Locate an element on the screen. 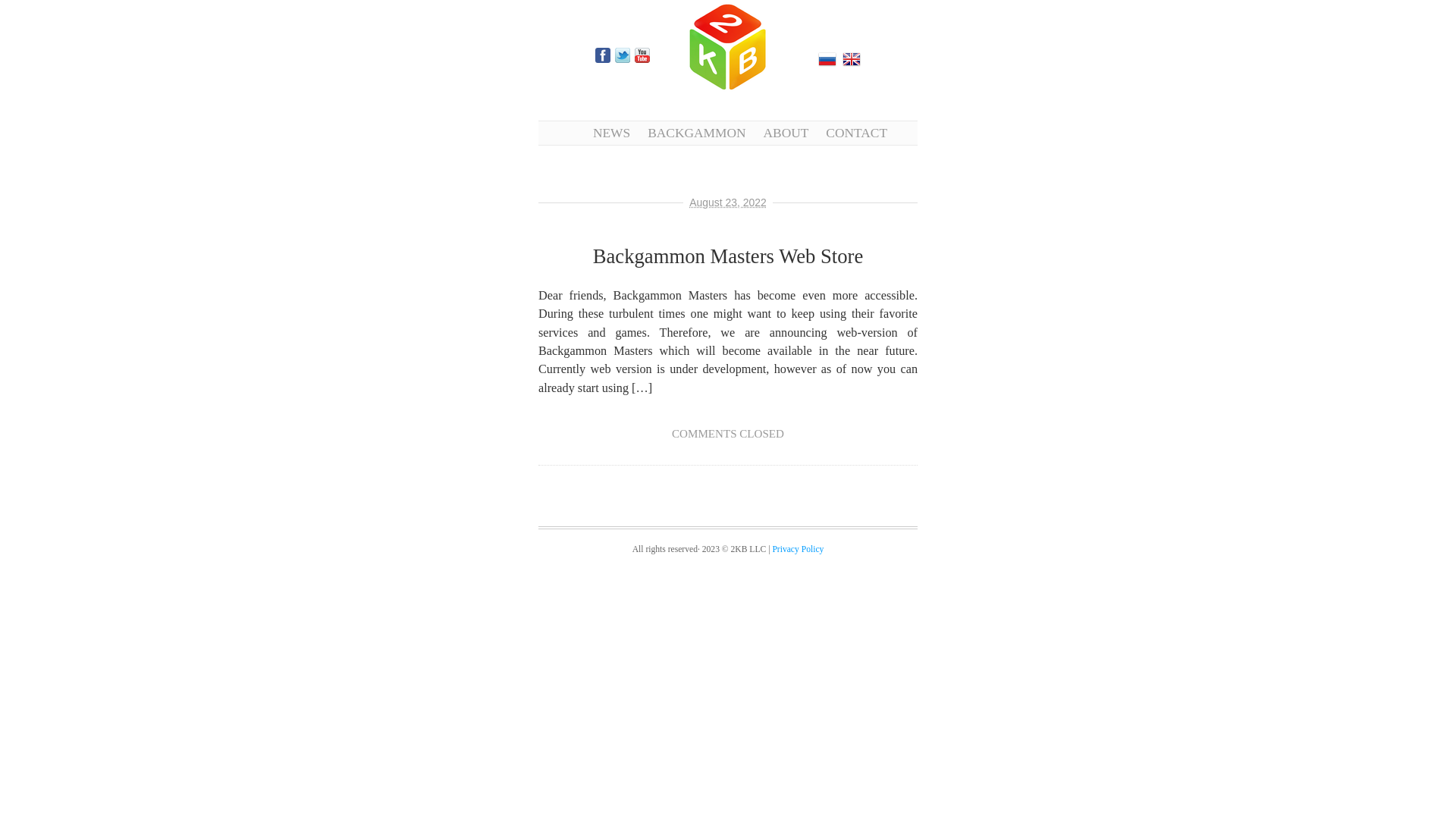 The width and height of the screenshot is (1456, 819). 'Backgammon Masters Web Store' is located at coordinates (728, 256).